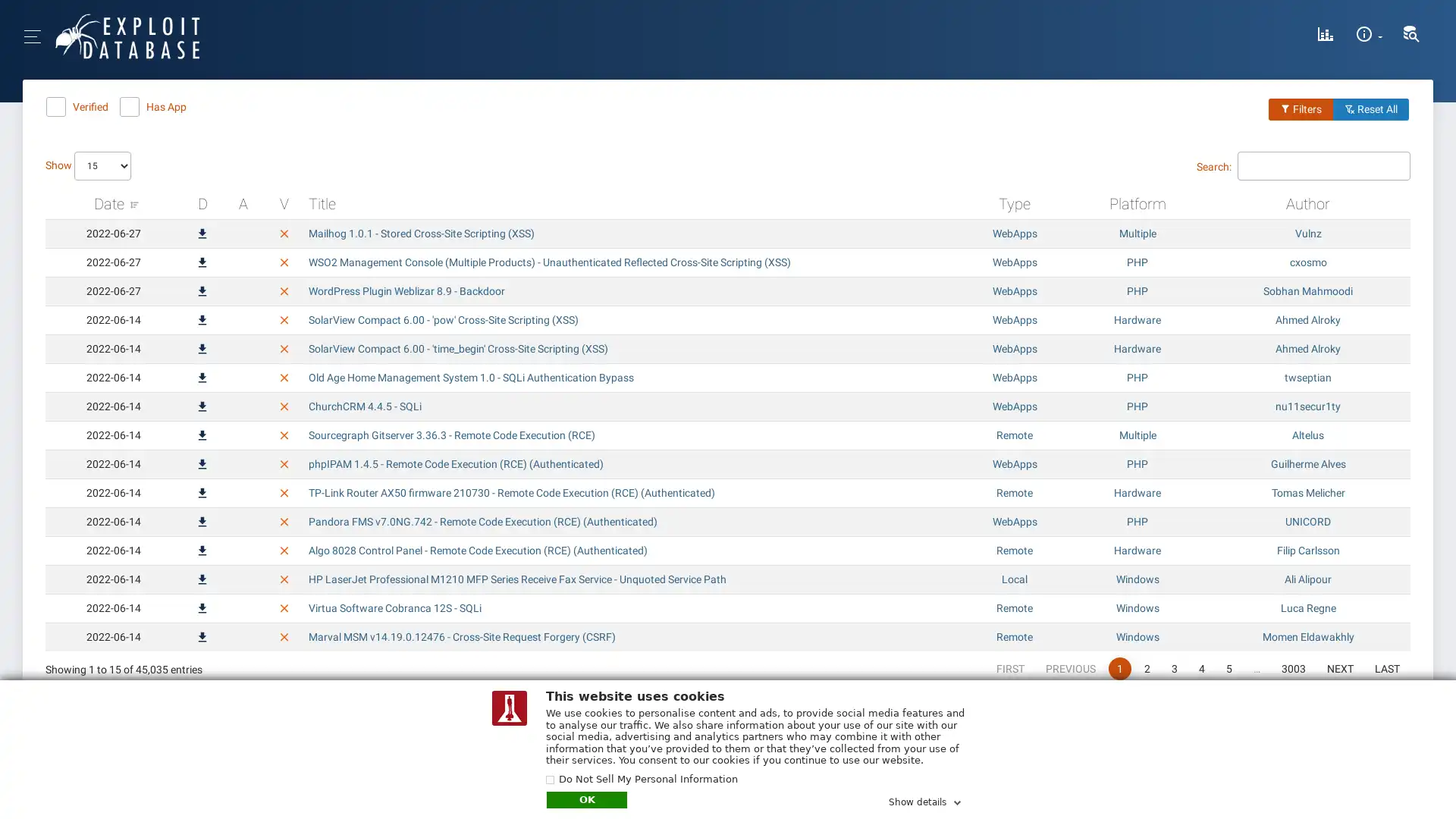 The height and width of the screenshot is (819, 1456). I want to click on Toggle Navigation, so click(97, 35).